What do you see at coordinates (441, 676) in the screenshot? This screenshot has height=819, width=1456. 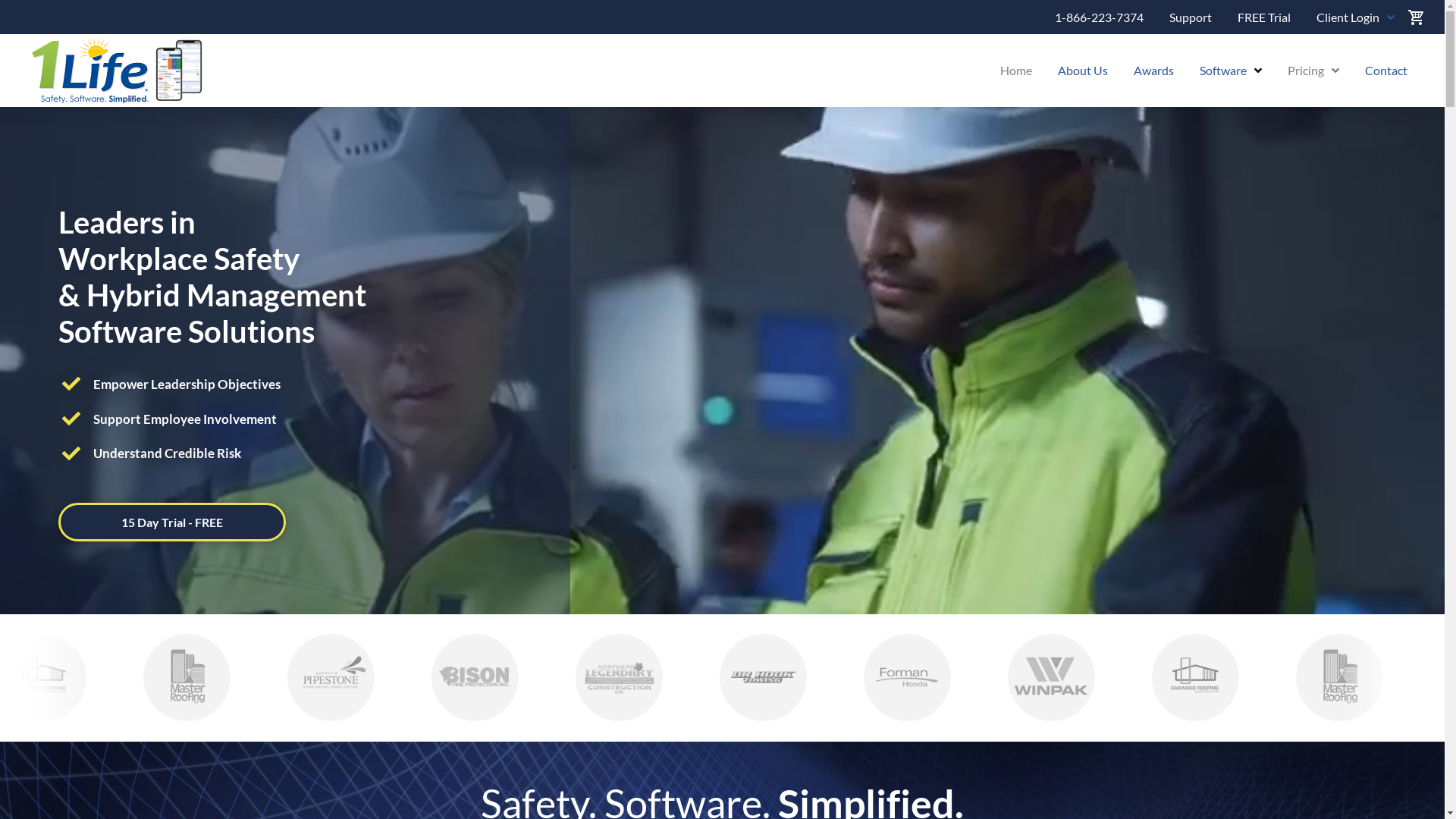 I see `'Bison Fire Protection'` at bounding box center [441, 676].